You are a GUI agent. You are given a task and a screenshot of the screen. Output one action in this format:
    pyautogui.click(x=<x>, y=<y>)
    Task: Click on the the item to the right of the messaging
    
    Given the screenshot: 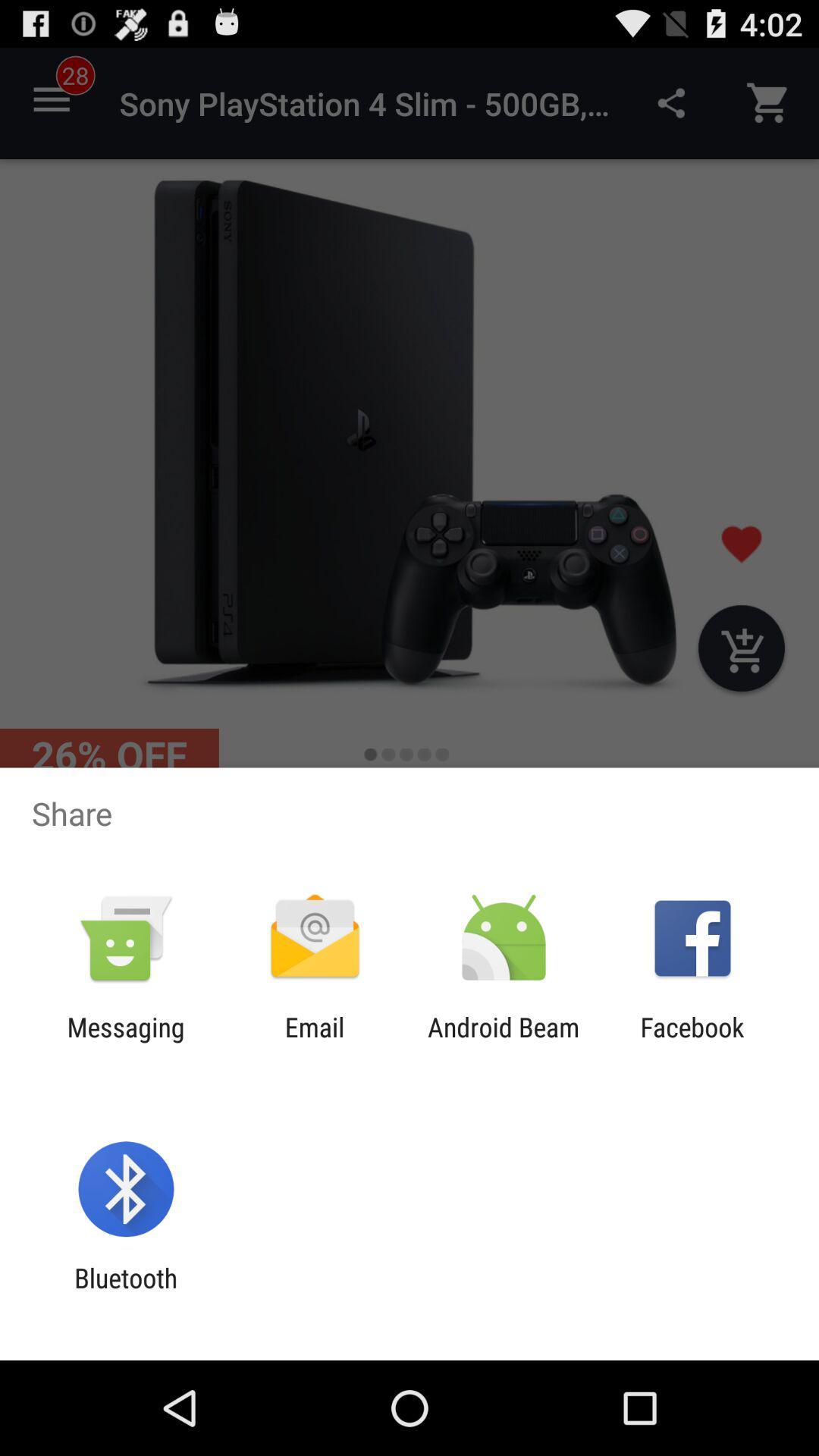 What is the action you would take?
    pyautogui.click(x=314, y=1042)
    